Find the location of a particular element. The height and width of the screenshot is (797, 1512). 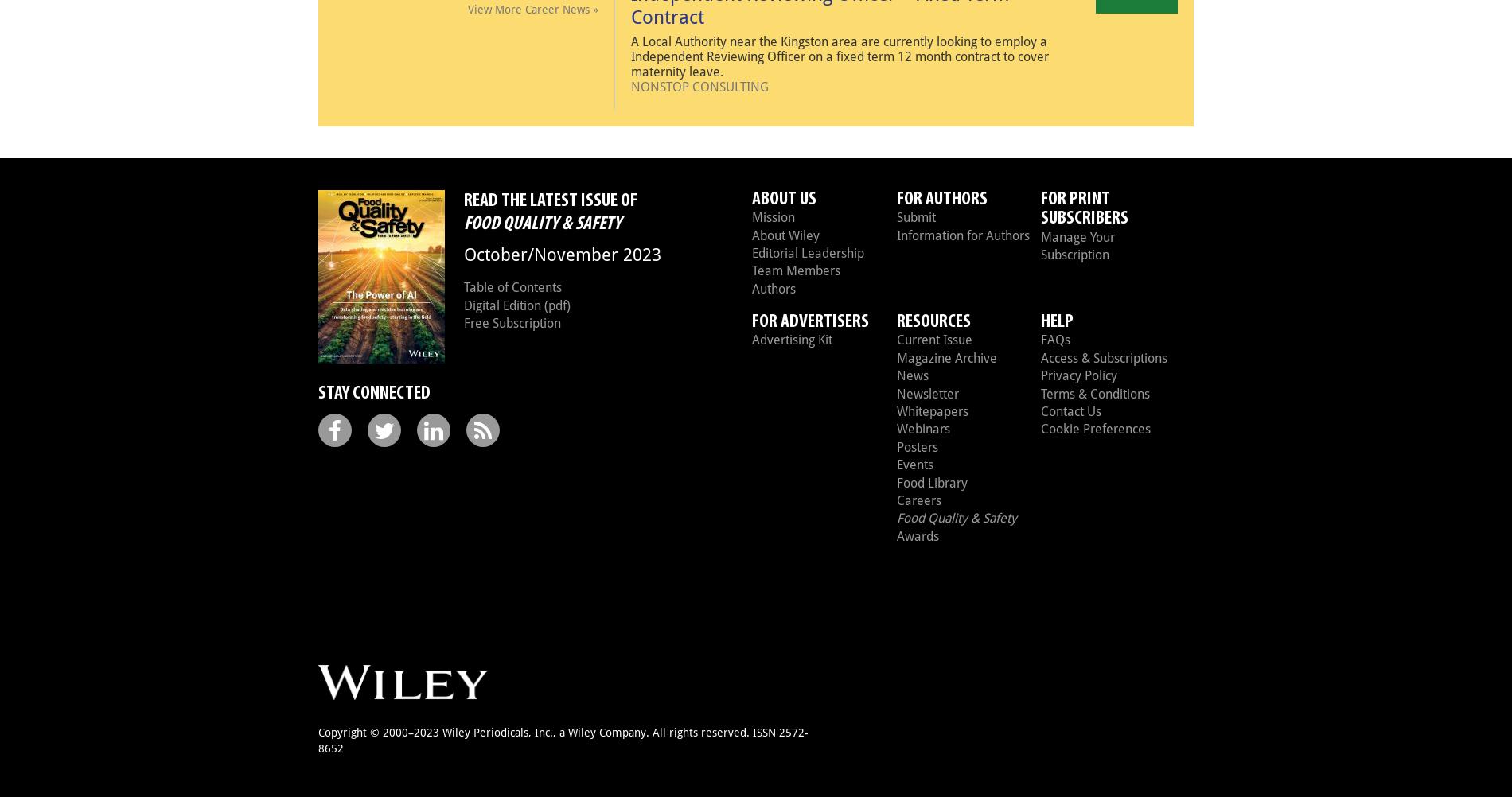

'For Authors' is located at coordinates (941, 198).